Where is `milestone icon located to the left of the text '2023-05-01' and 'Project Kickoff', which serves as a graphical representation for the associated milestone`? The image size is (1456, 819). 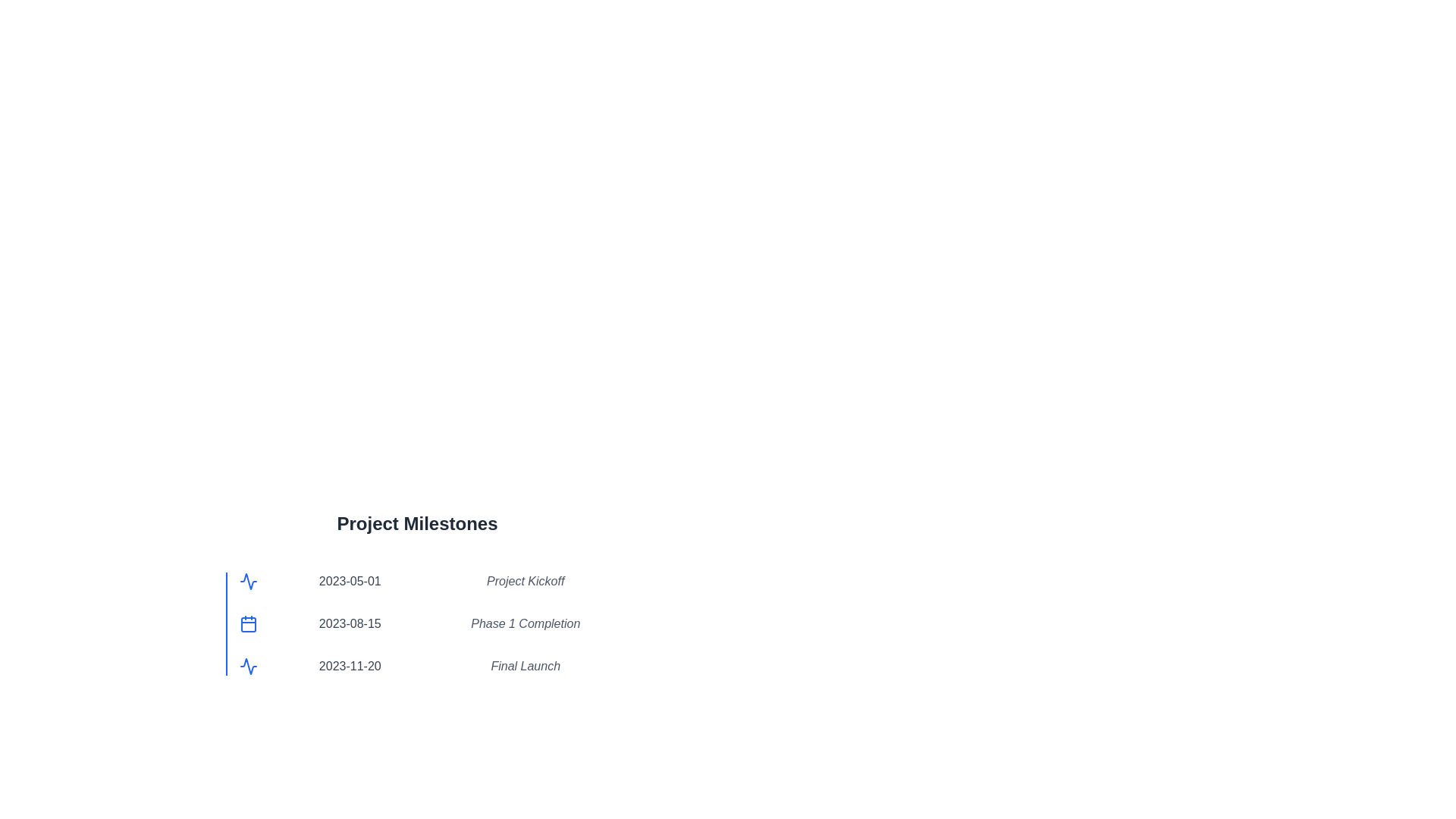 milestone icon located to the left of the text '2023-05-01' and 'Project Kickoff', which serves as a graphical representation for the associated milestone is located at coordinates (248, 581).